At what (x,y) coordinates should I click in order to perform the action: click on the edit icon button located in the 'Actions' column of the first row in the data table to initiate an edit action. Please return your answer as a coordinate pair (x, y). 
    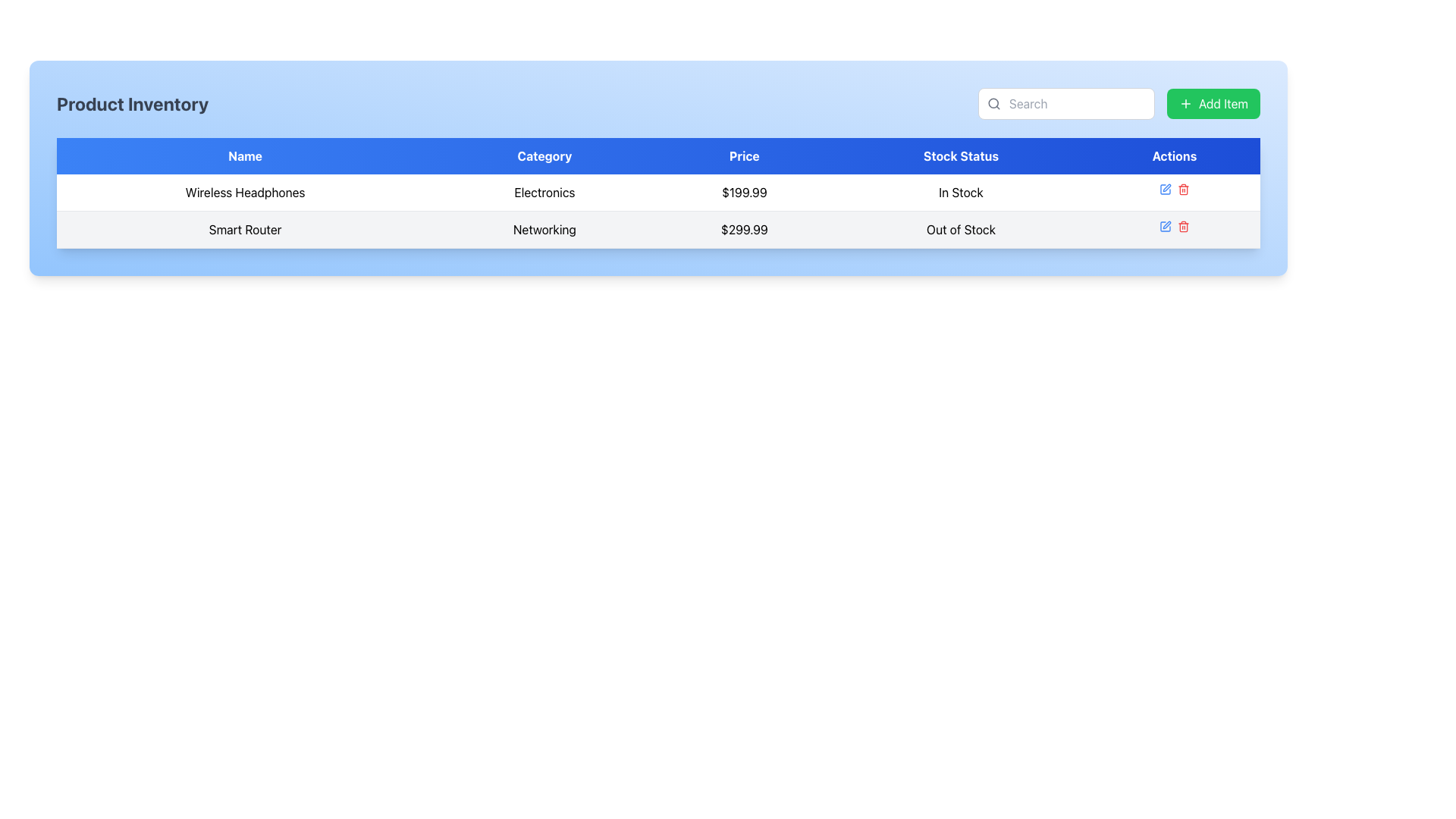
    Looking at the image, I should click on (1164, 189).